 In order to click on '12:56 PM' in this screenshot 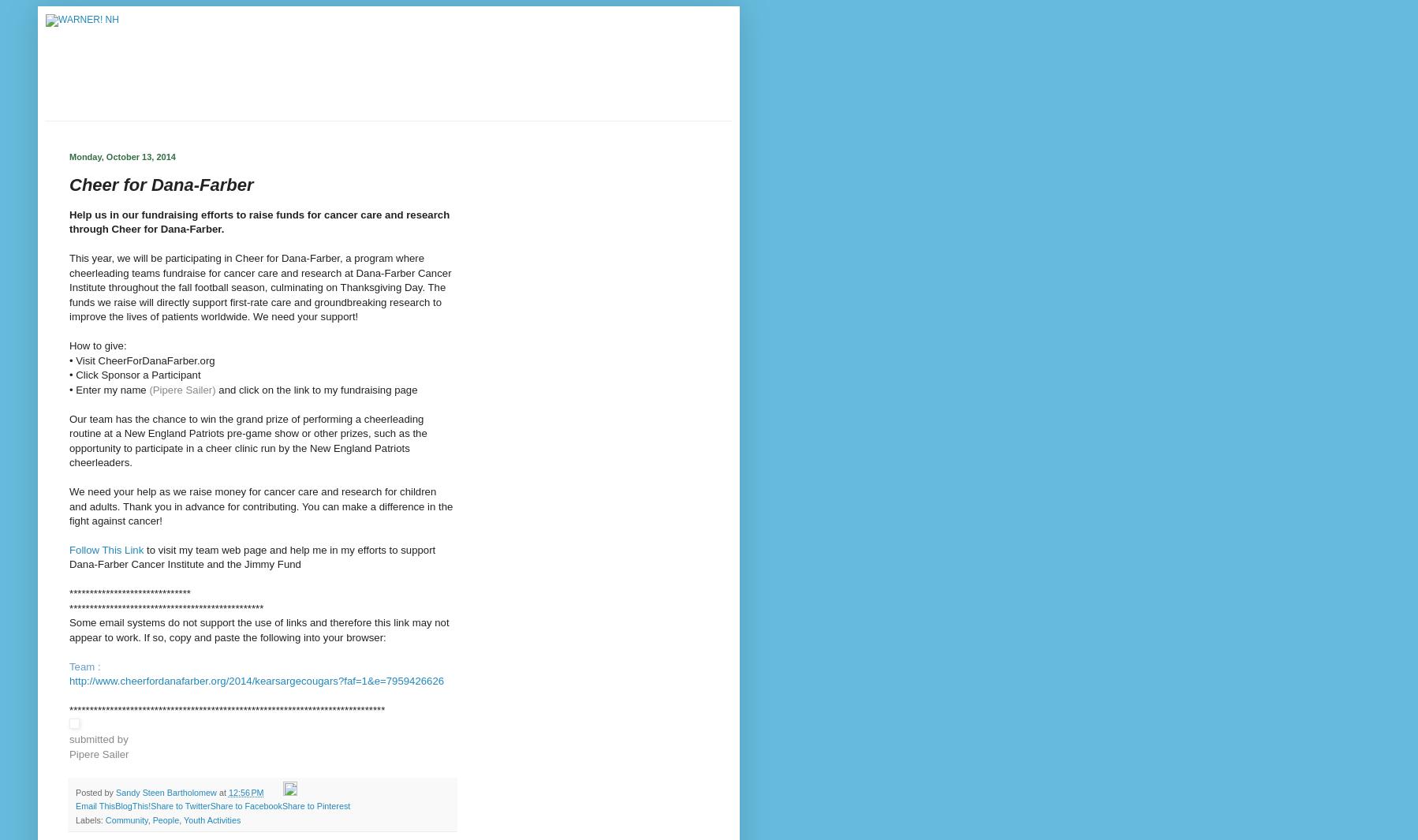, I will do `click(244, 793)`.